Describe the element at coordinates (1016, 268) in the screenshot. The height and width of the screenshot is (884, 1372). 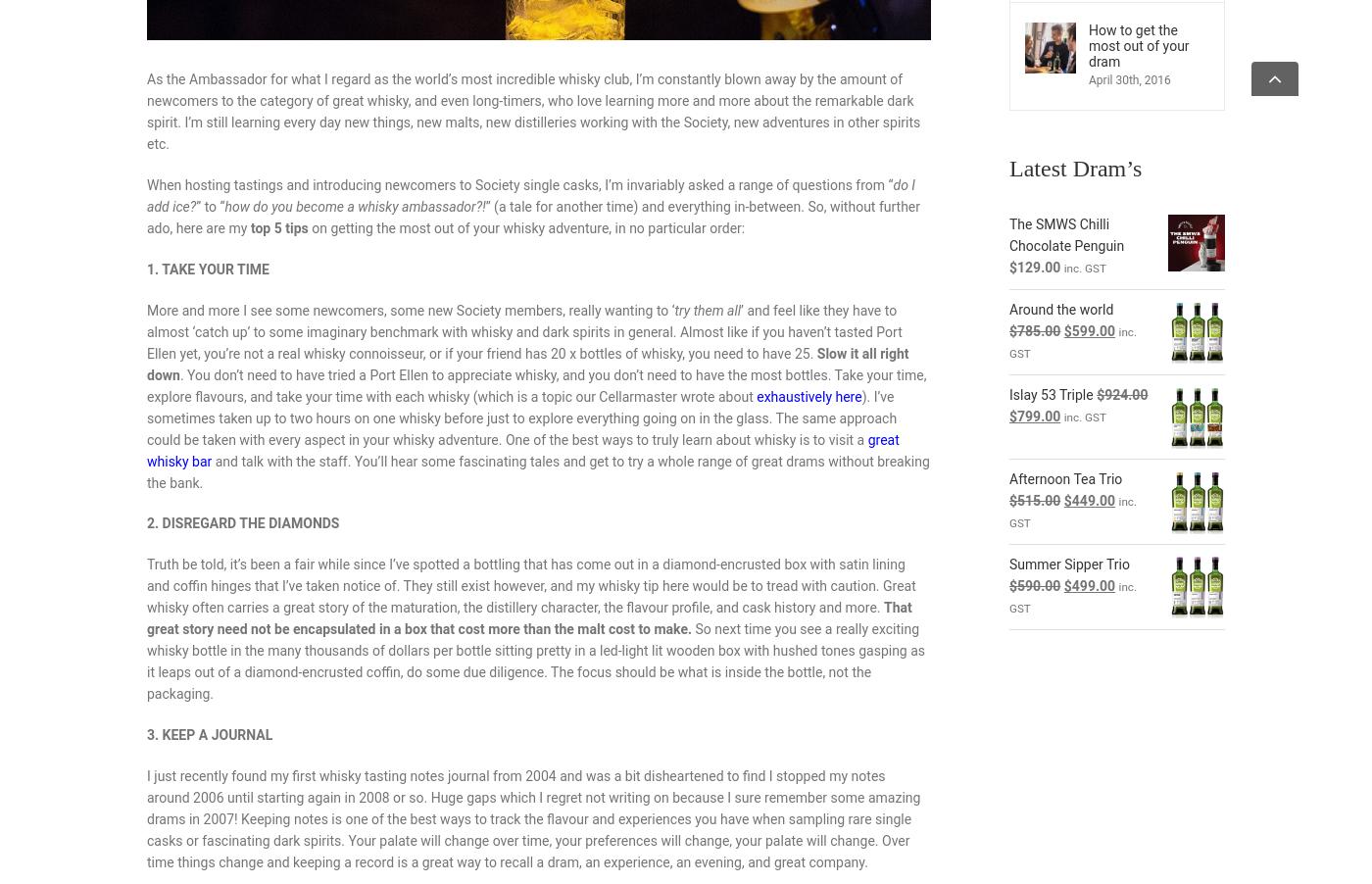
I see `'129.00'` at that location.